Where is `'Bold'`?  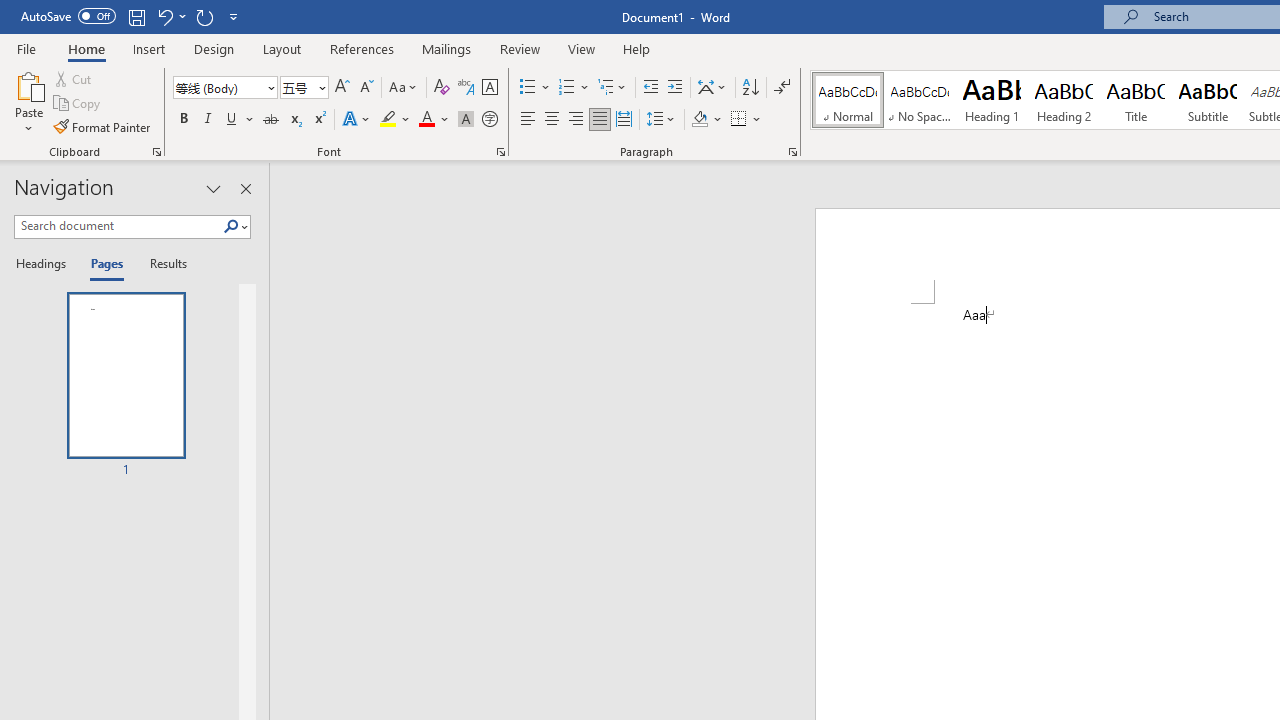
'Bold' is located at coordinates (183, 119).